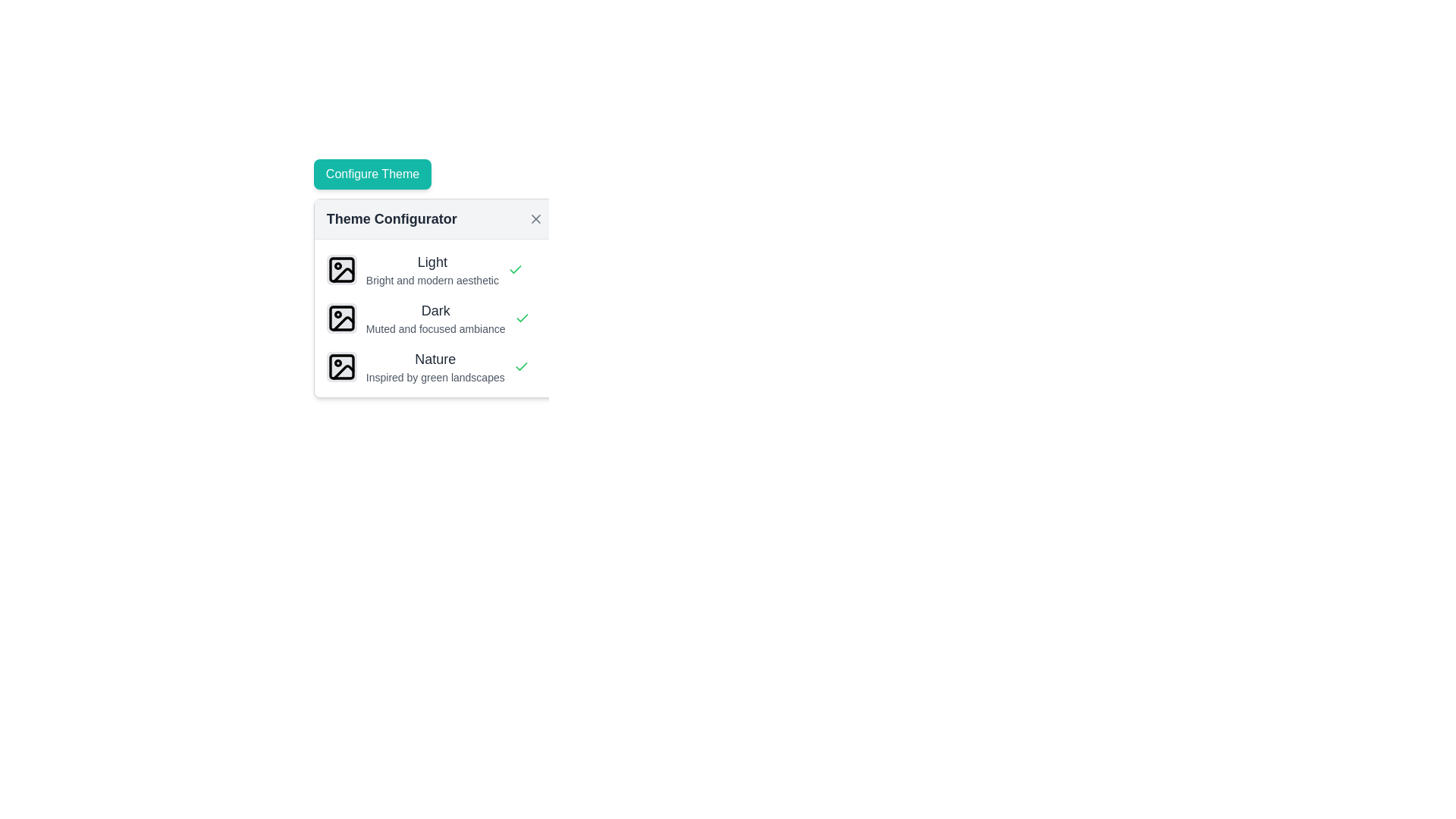 This screenshot has width=1456, height=819. What do you see at coordinates (343, 322) in the screenshot?
I see `the 'Dark' theme icon located in the theme configurator section, specifically within the second option labeled 'Dark'` at bounding box center [343, 322].